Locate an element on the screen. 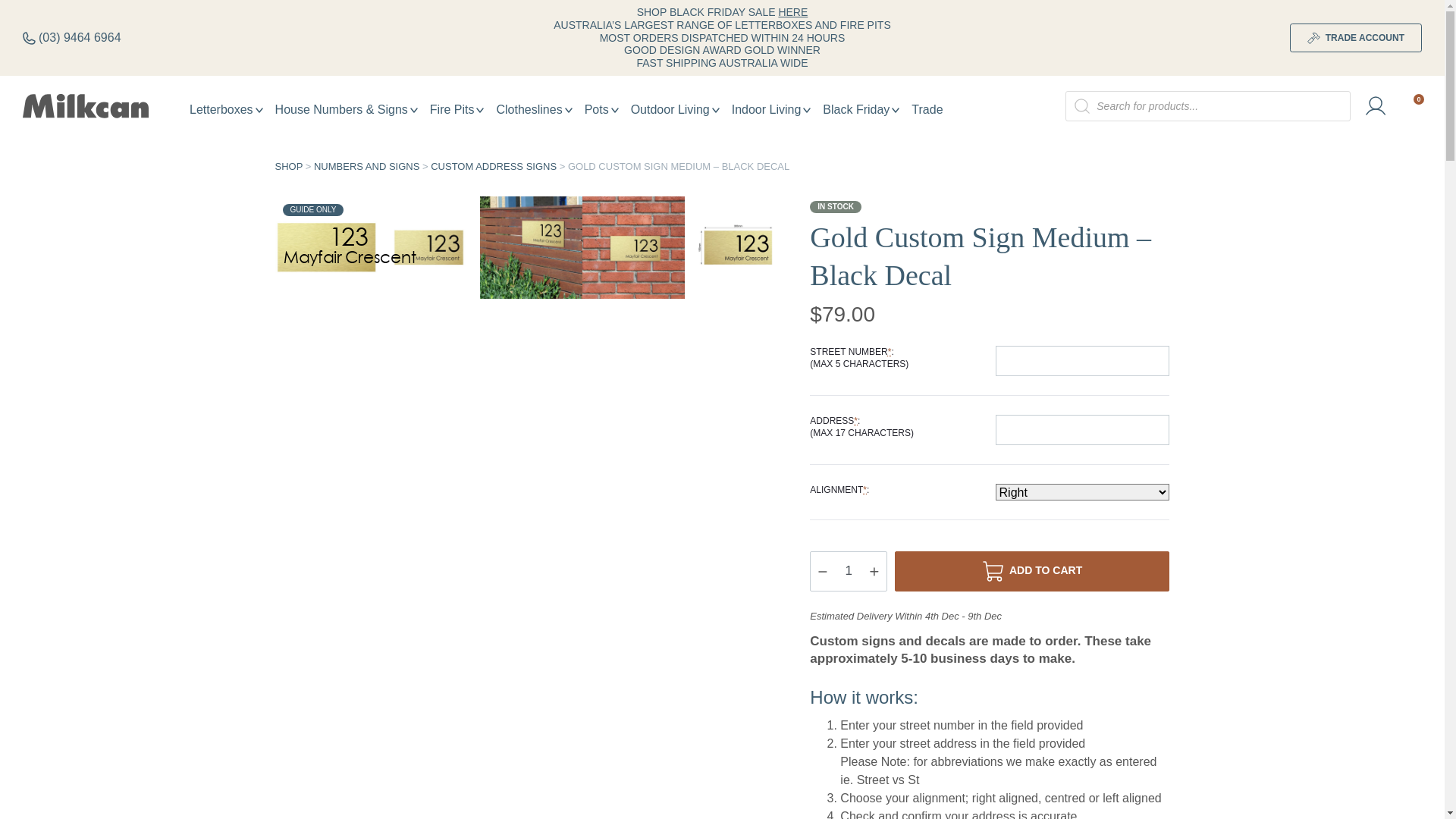  'SHOP' is located at coordinates (288, 166).